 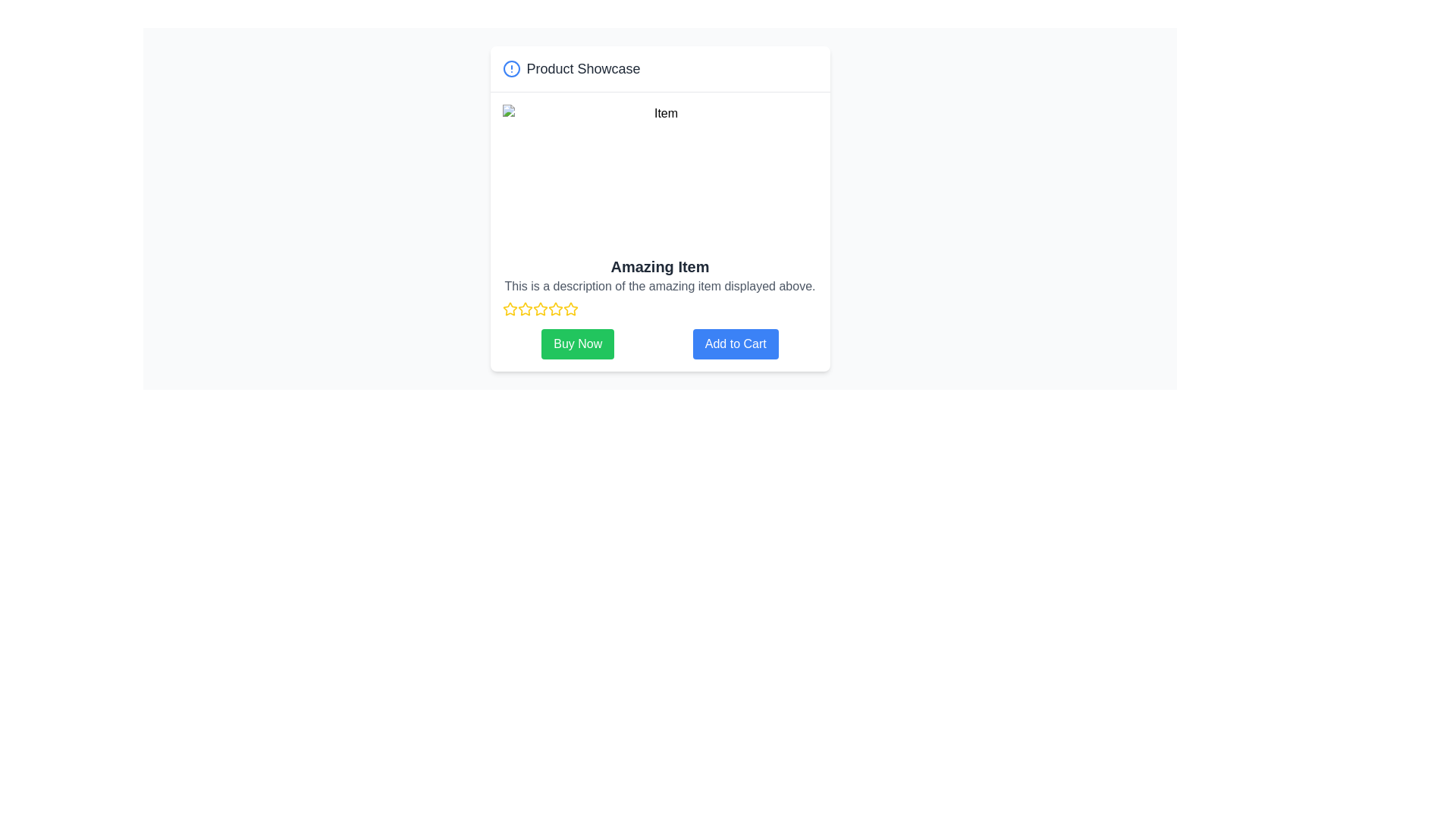 What do you see at coordinates (660, 265) in the screenshot?
I see `the text label that displays 'Amazing Item.' which is styled with a bold font and is centrally aligned in the UI` at bounding box center [660, 265].